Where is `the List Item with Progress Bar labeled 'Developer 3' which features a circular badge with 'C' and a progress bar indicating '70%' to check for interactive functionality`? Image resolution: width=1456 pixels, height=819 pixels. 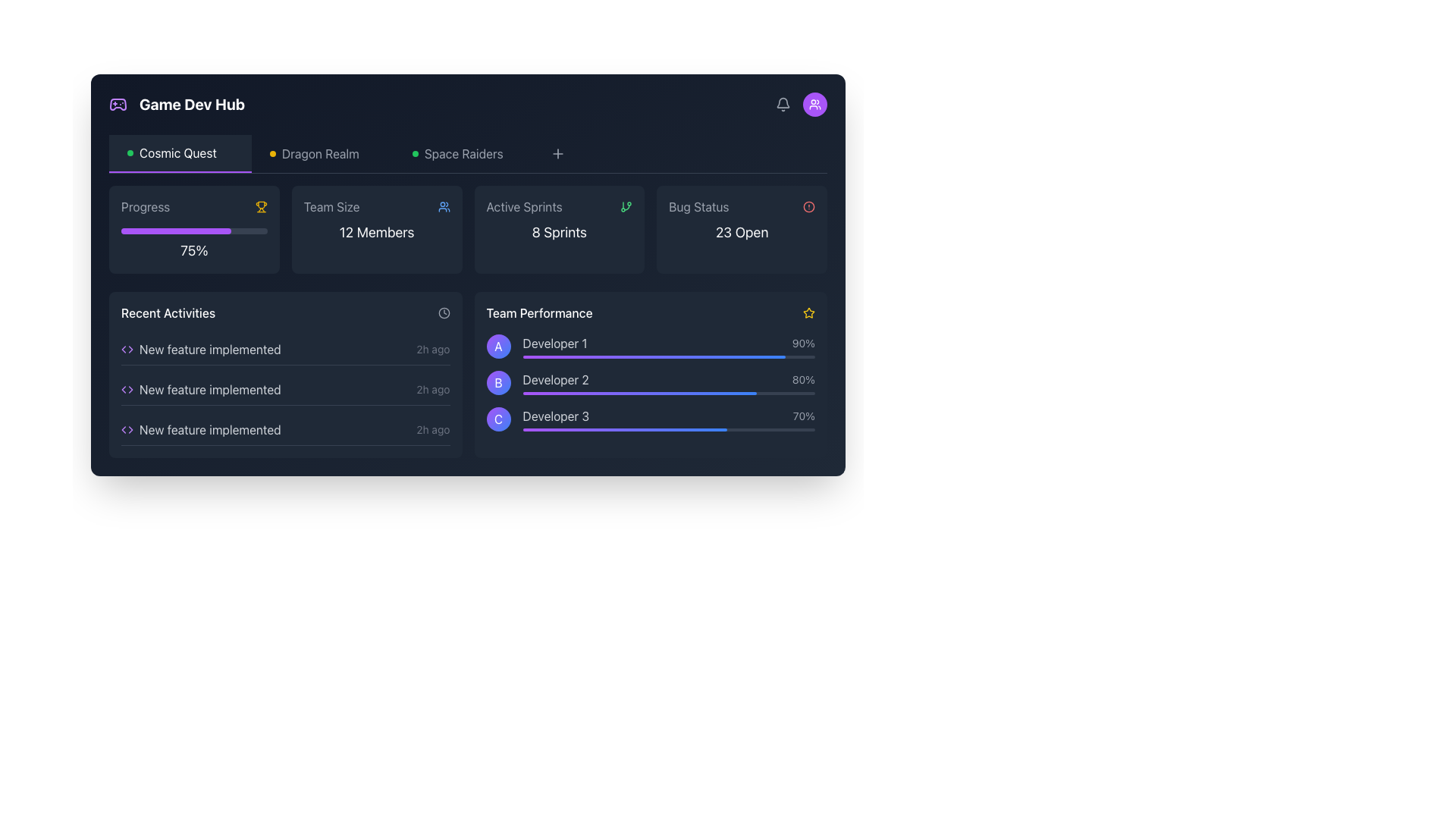 the List Item with Progress Bar labeled 'Developer 3' which features a circular badge with 'C' and a progress bar indicating '70%' to check for interactive functionality is located at coordinates (651, 419).